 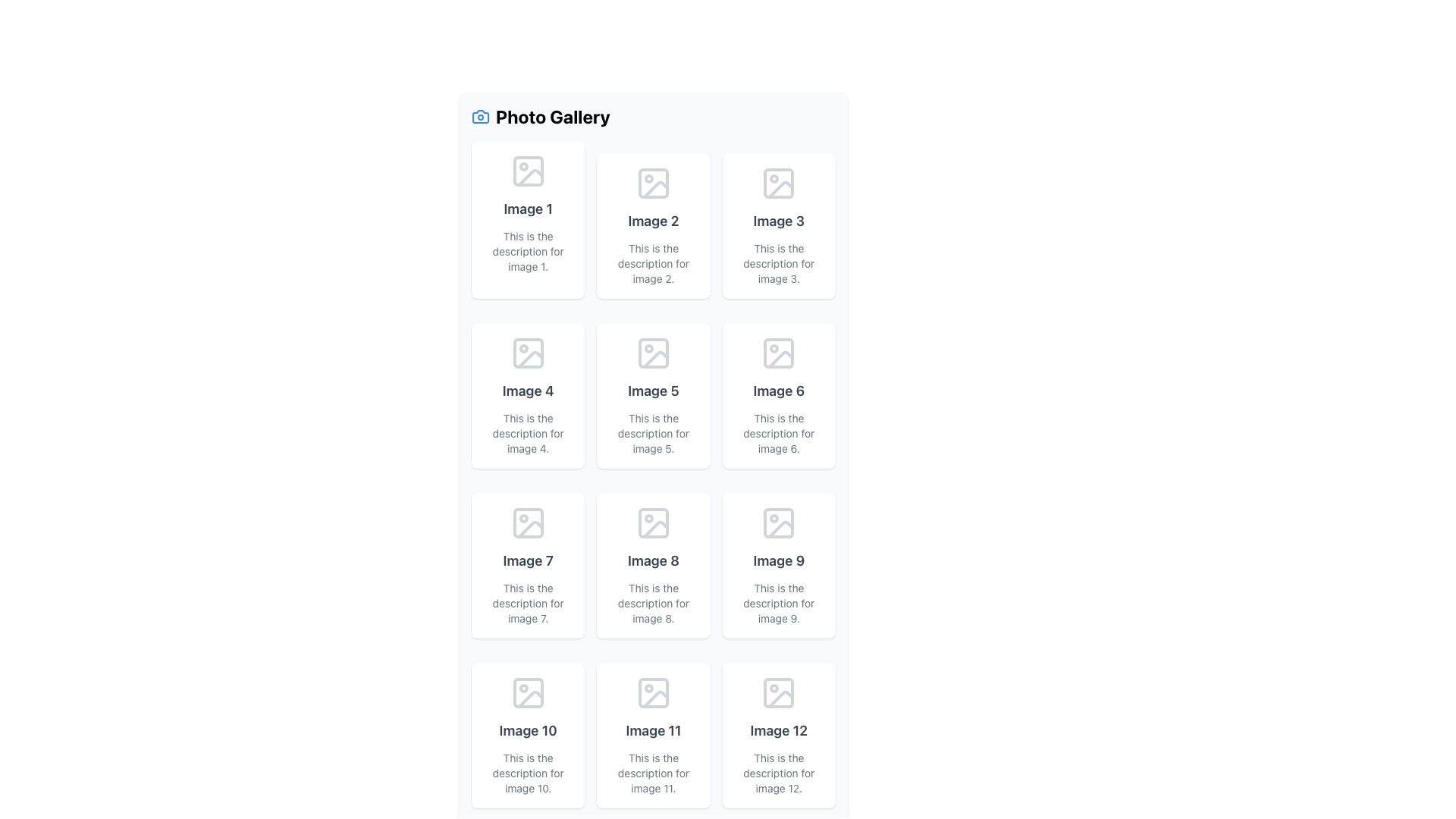 What do you see at coordinates (653, 730) in the screenshot?
I see `the heading labeled 'Image 11' which is styled in bold gray font and located in the fourth row, second column of the photo gallery grid layout, positioned under an image placeholder and above a description text` at bounding box center [653, 730].